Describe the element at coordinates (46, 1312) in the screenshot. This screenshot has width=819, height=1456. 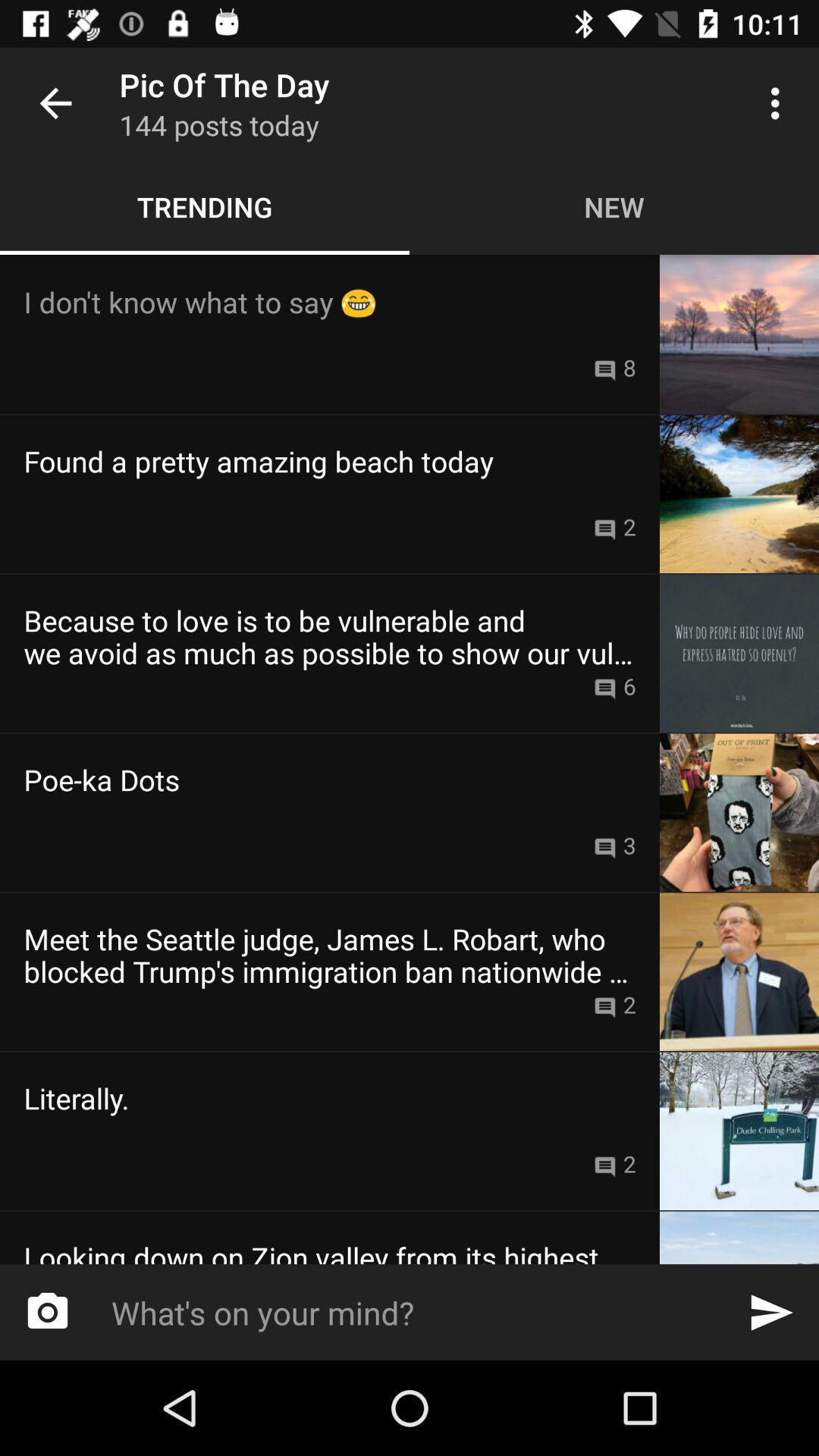
I see `the photo icon` at that location.